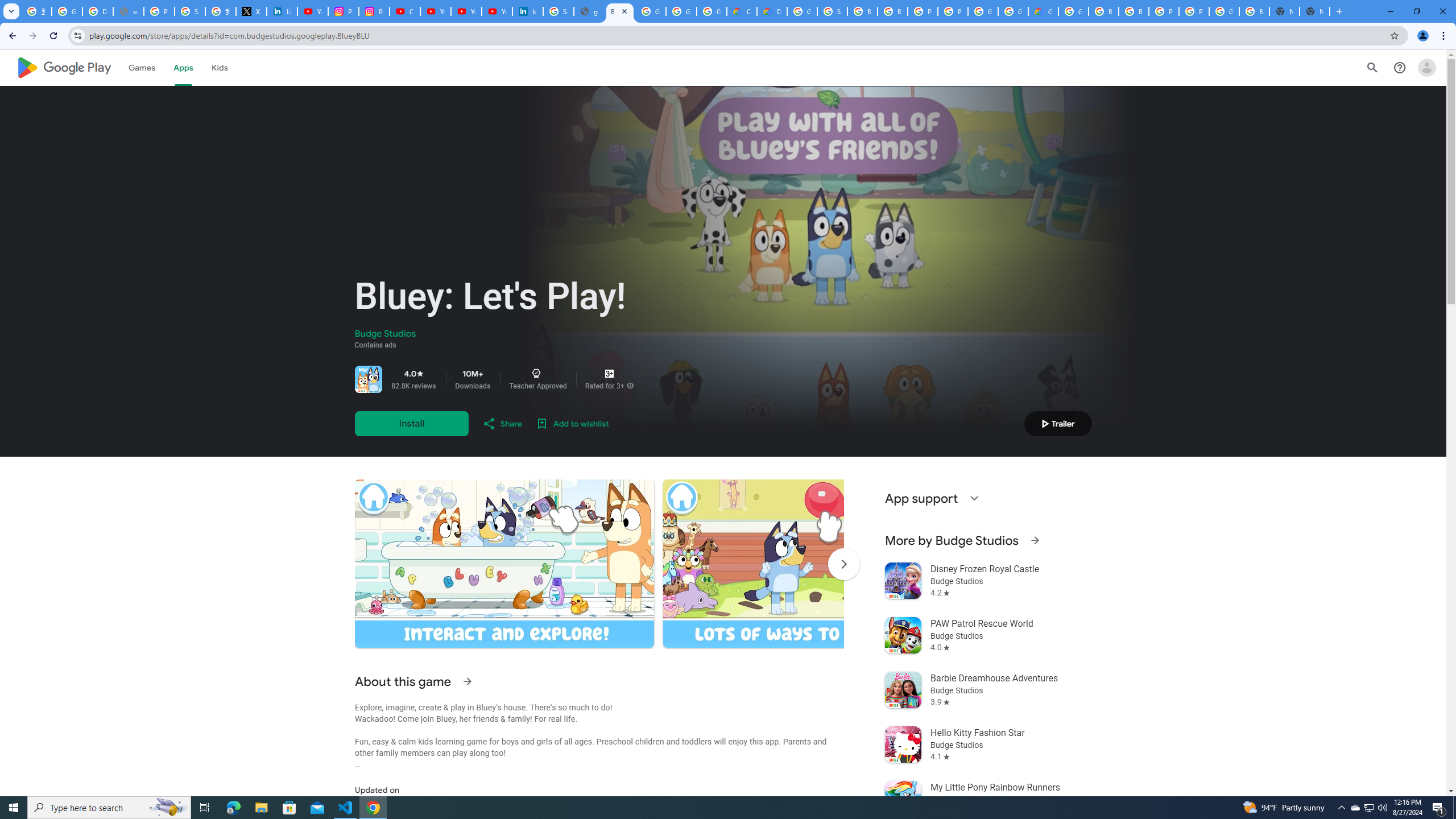  What do you see at coordinates (1426, 67) in the screenshot?
I see `'Open account menu'` at bounding box center [1426, 67].